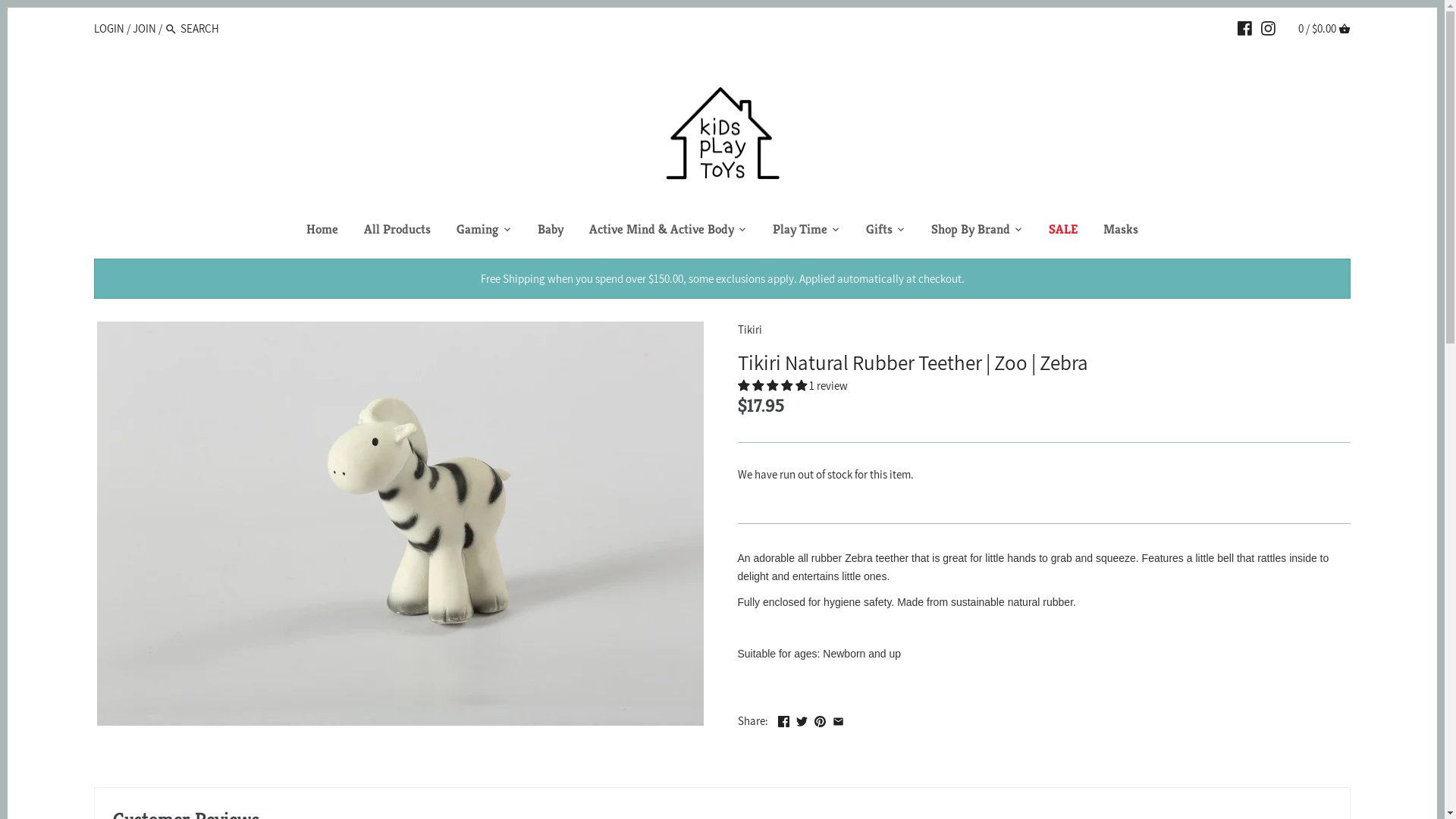 This screenshot has height=819, width=1456. I want to click on 'Play Time', so click(799, 231).